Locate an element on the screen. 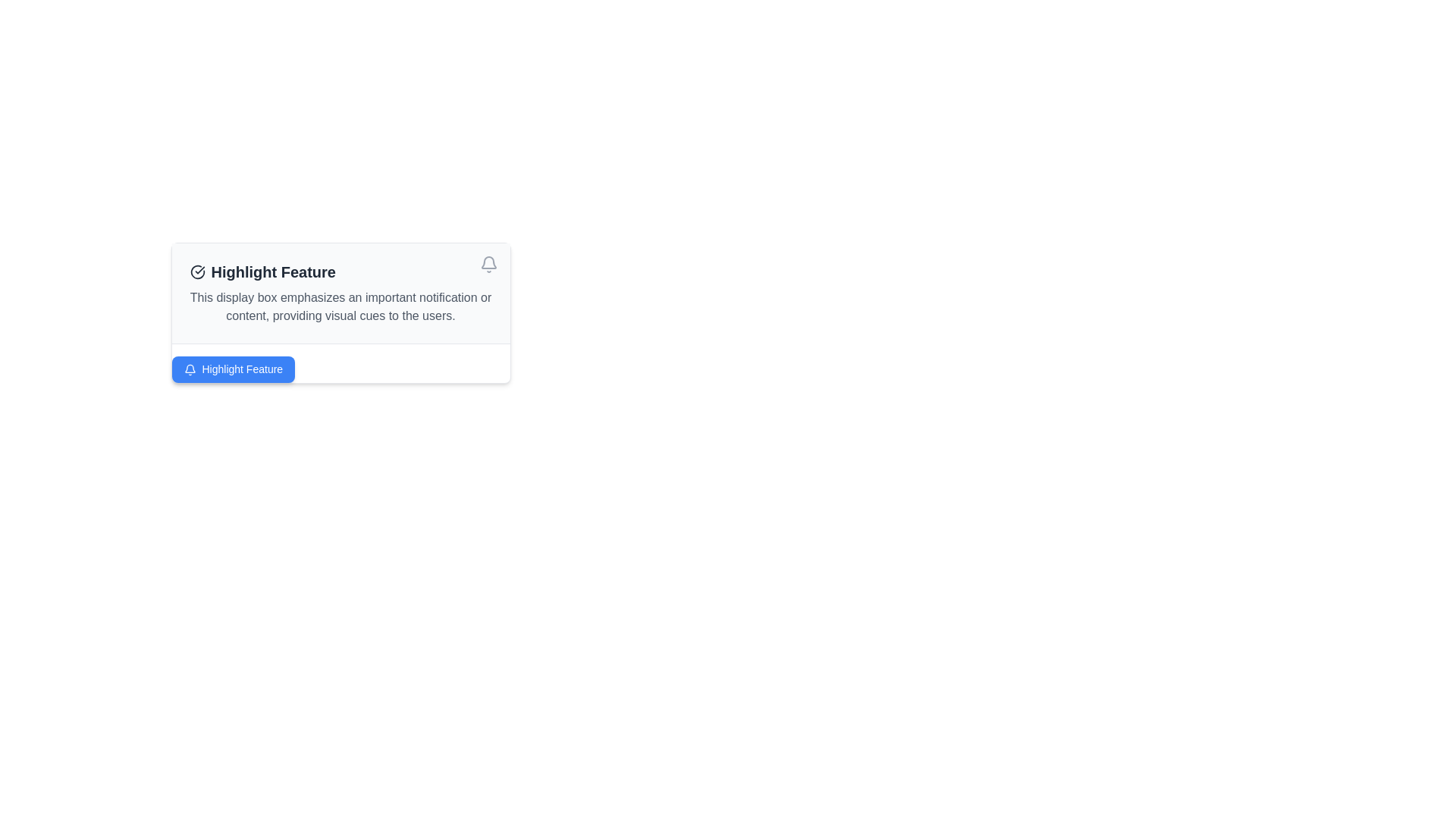  the small bell icon positioned to the left of the 'Highlight Feature' button within the rounded rectangular blue button at the bottom-right corner of the notification box is located at coordinates (189, 369).